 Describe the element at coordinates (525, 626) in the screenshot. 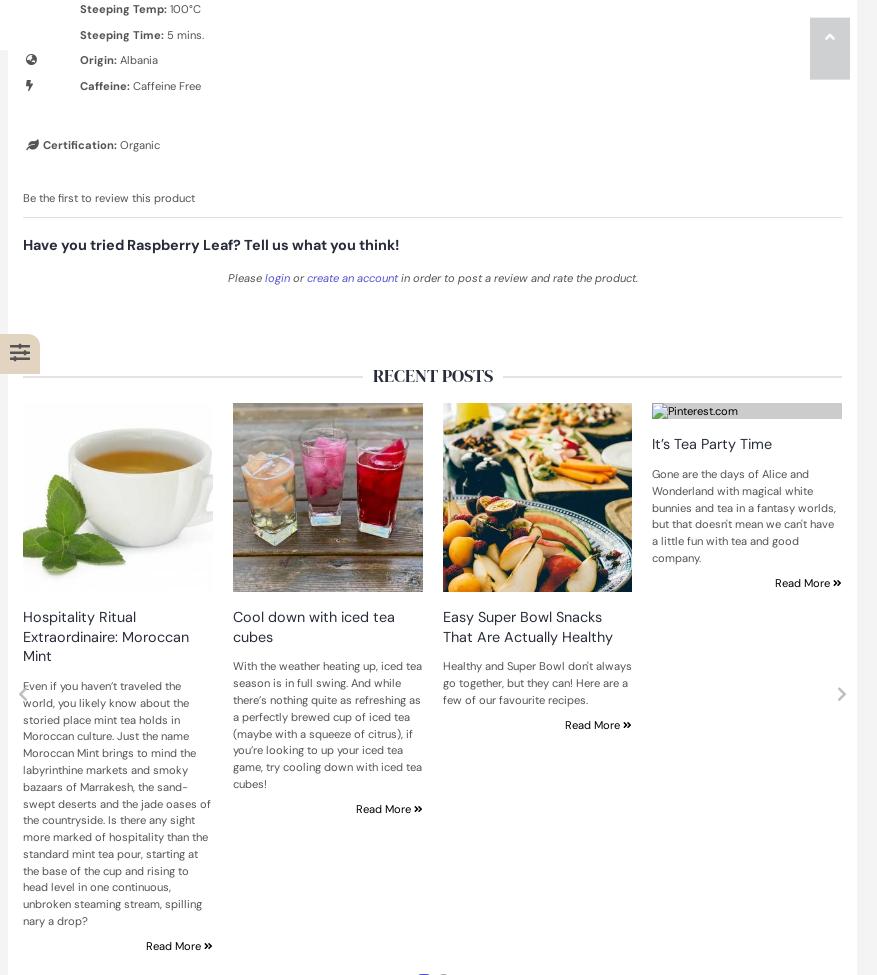

I see `'Easy Super Bowl Snacks That Are Actually Healthy'` at that location.